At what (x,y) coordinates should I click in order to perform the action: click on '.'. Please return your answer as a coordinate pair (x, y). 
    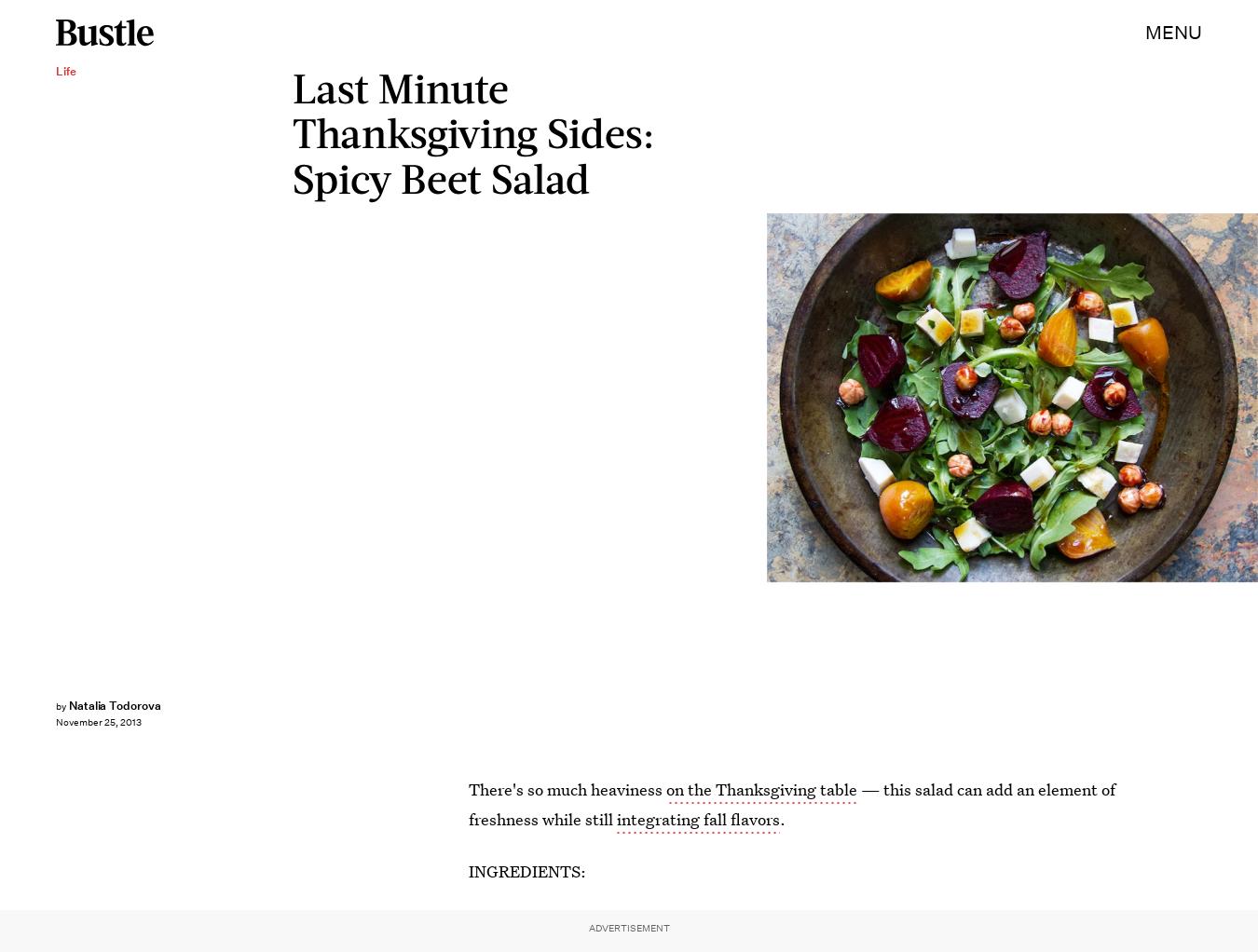
    Looking at the image, I should click on (782, 818).